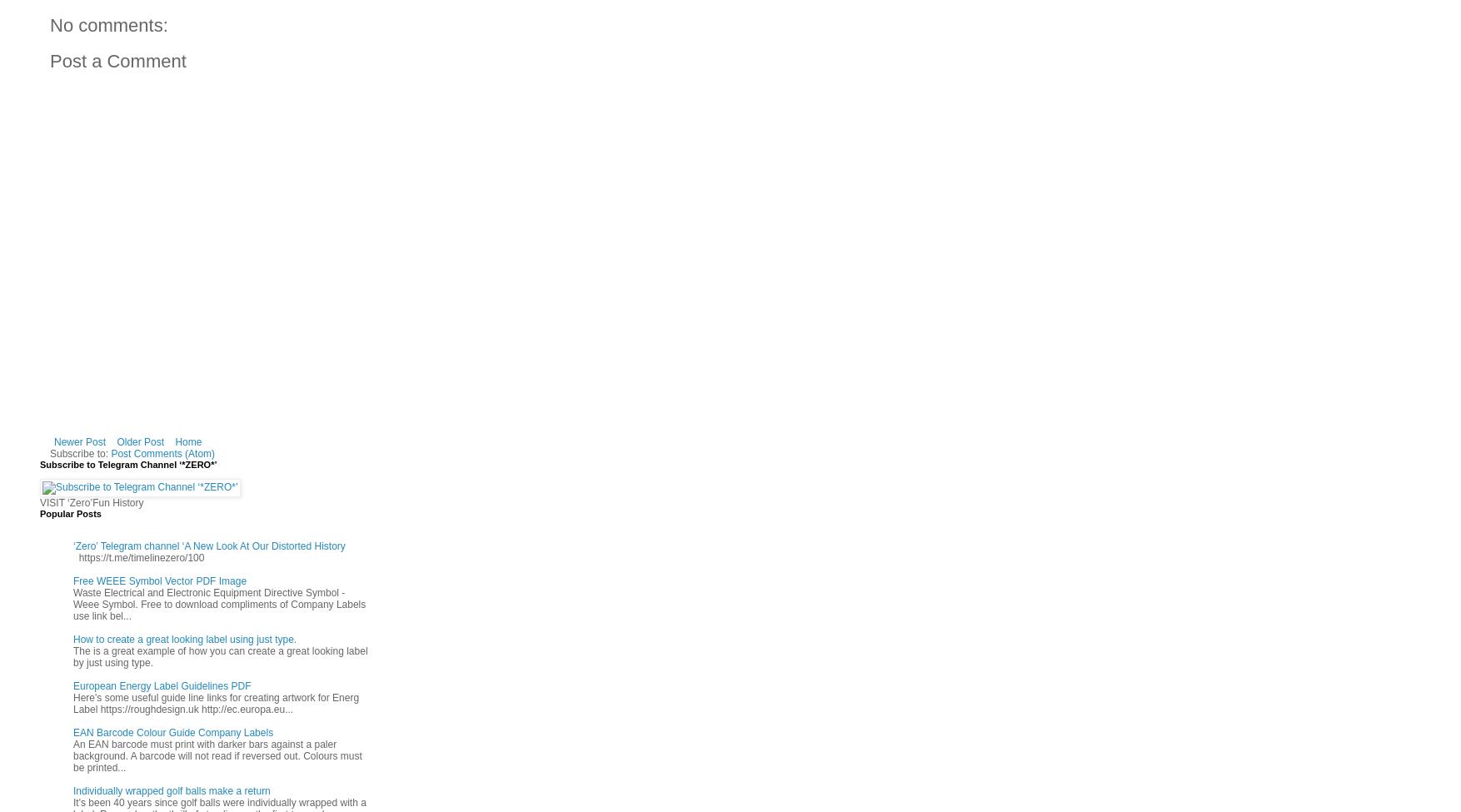 The height and width of the screenshot is (812, 1461). Describe the element at coordinates (160, 580) in the screenshot. I see `'Free WEEE Symbol Vector PDF Image'` at that location.